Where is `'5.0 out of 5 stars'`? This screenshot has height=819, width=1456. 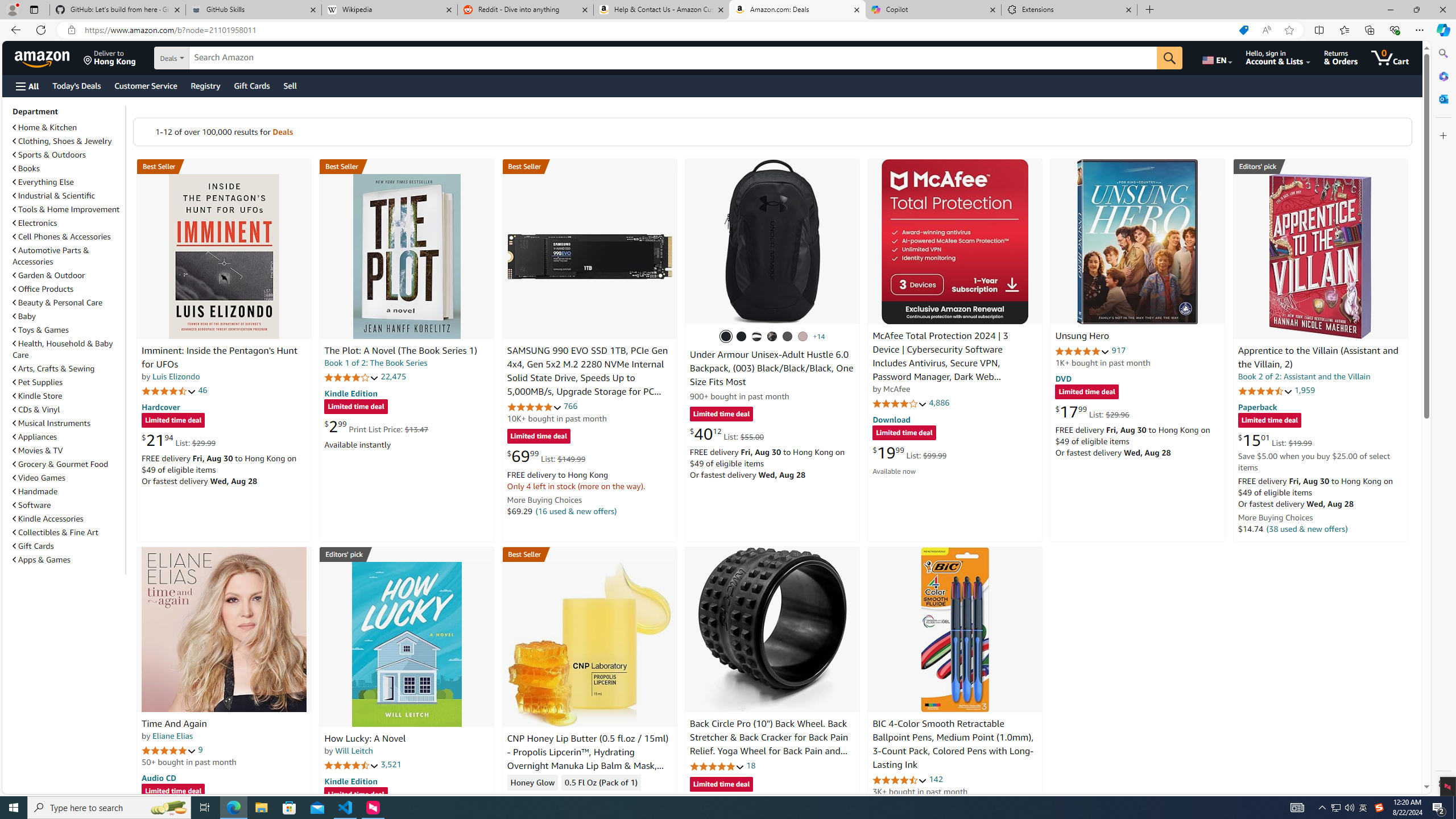 '5.0 out of 5 stars' is located at coordinates (168, 750).